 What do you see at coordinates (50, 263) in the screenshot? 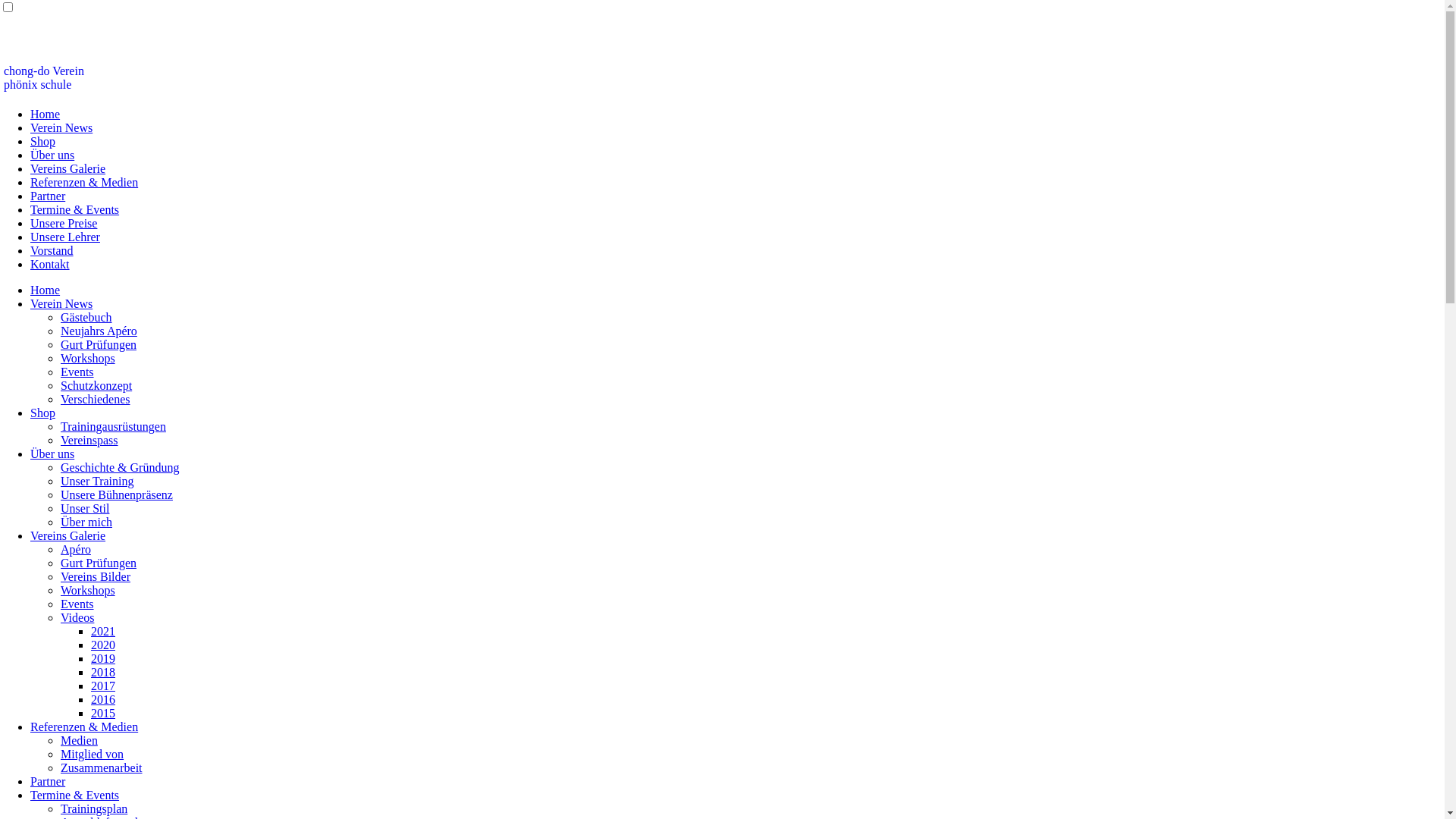
I see `'Kontakt'` at bounding box center [50, 263].